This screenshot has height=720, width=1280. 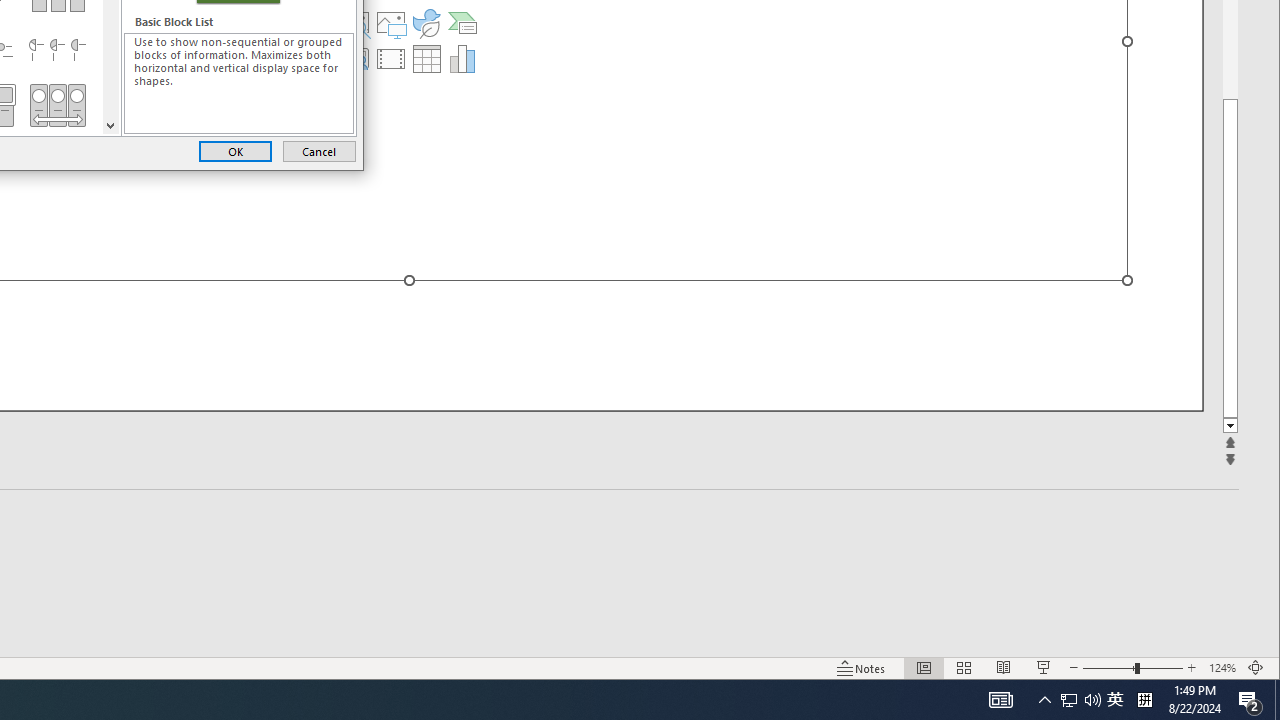 I want to click on 'Class: NetUITextbox', so click(x=239, y=82).